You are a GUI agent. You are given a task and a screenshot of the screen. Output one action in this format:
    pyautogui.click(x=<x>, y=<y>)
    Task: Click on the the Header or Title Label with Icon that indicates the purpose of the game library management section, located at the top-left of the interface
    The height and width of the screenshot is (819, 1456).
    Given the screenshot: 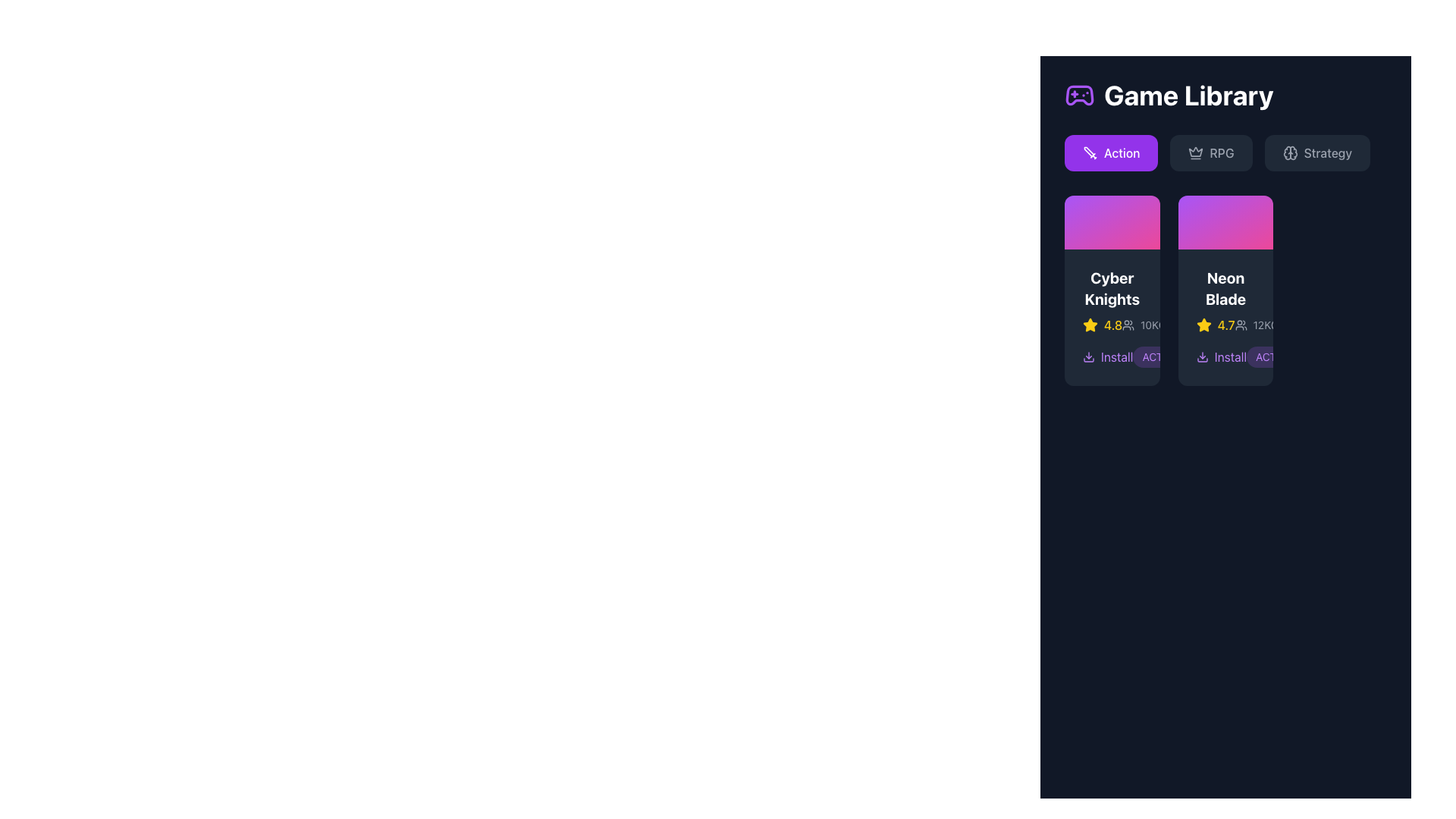 What is the action you would take?
    pyautogui.click(x=1168, y=96)
    